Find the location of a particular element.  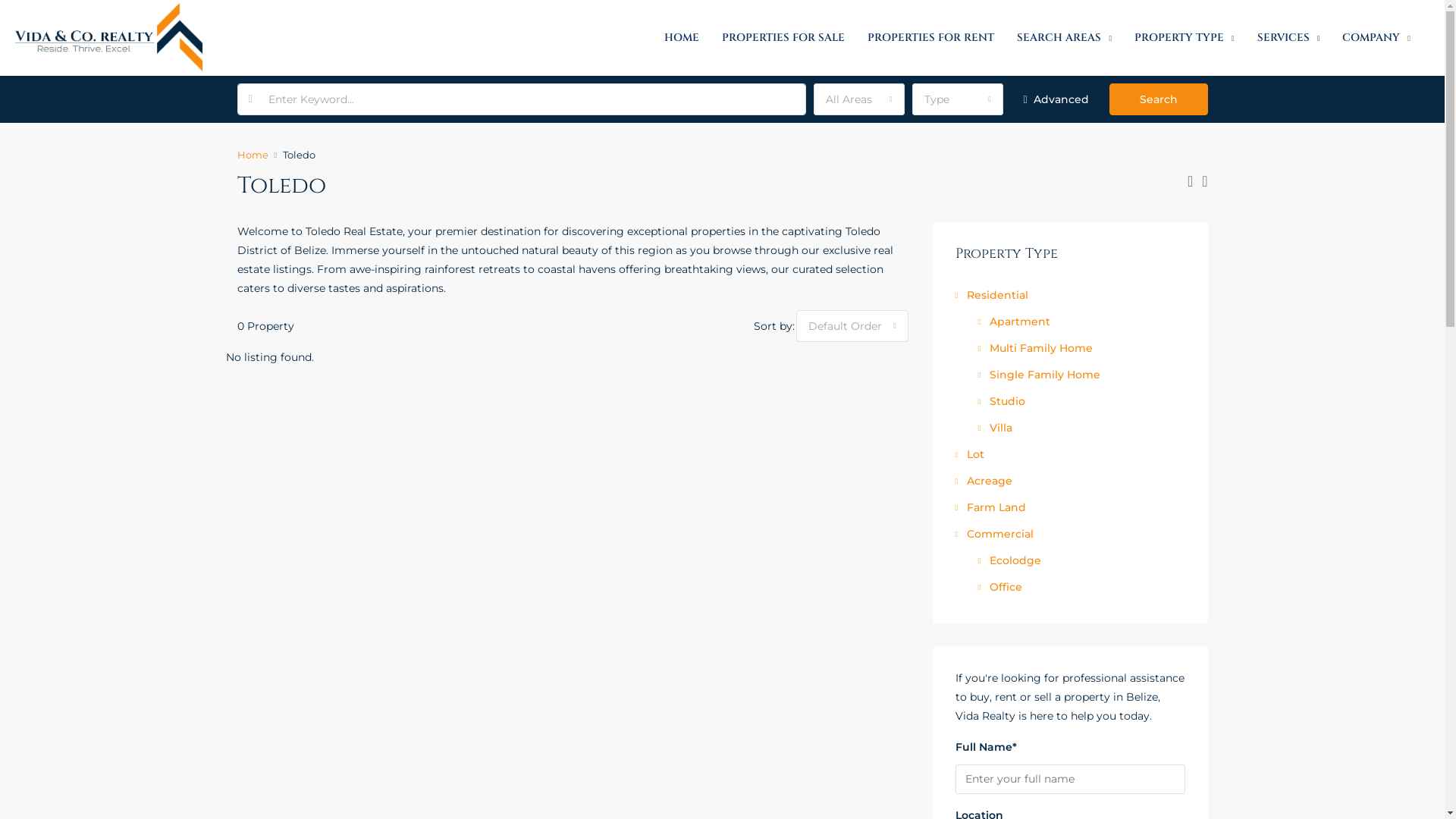

'Home' is located at coordinates (252, 155).